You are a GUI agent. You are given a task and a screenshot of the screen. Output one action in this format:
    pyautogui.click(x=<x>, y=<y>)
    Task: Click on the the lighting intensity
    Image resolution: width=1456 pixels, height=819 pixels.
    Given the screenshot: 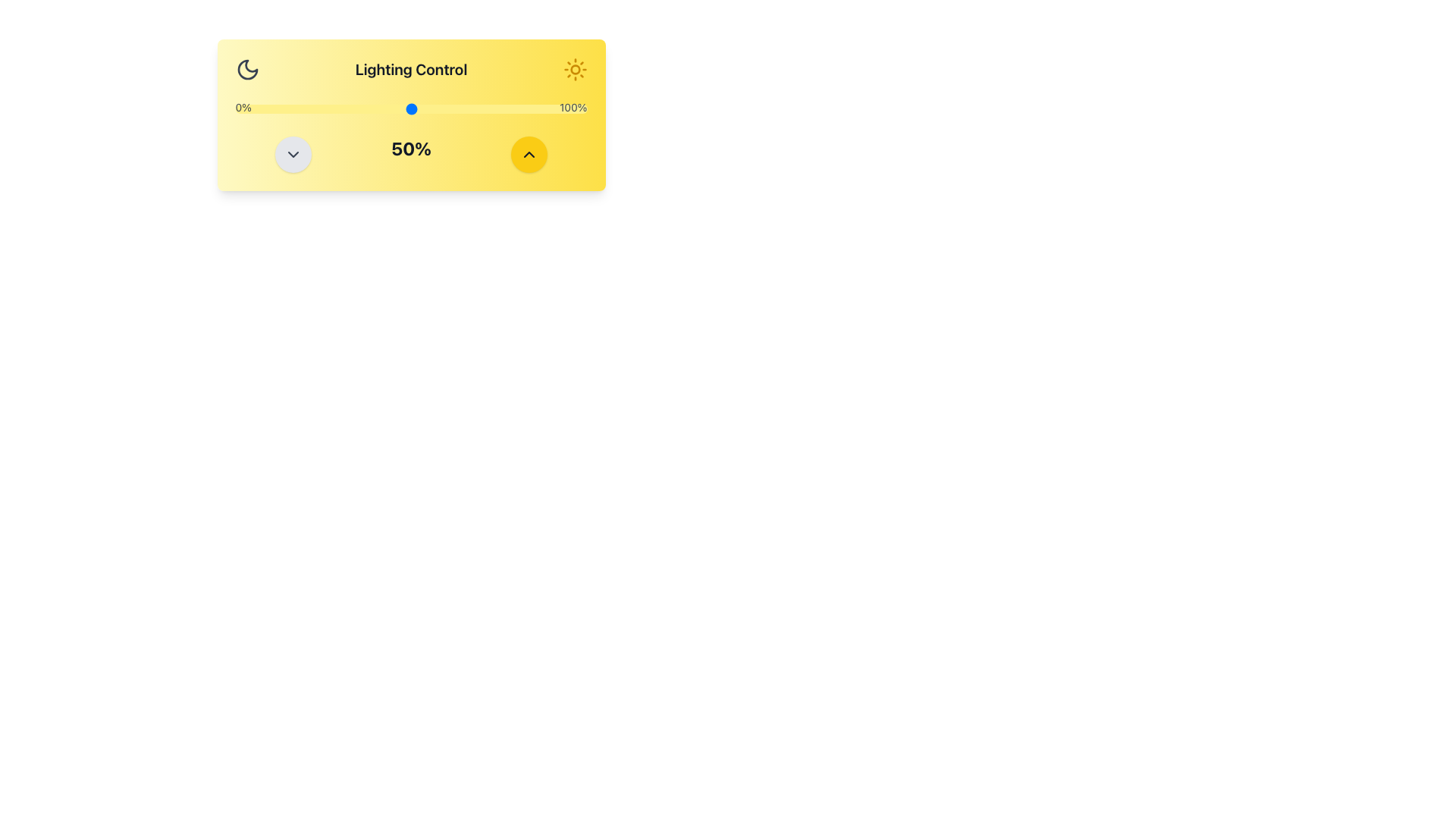 What is the action you would take?
    pyautogui.click(x=470, y=108)
    